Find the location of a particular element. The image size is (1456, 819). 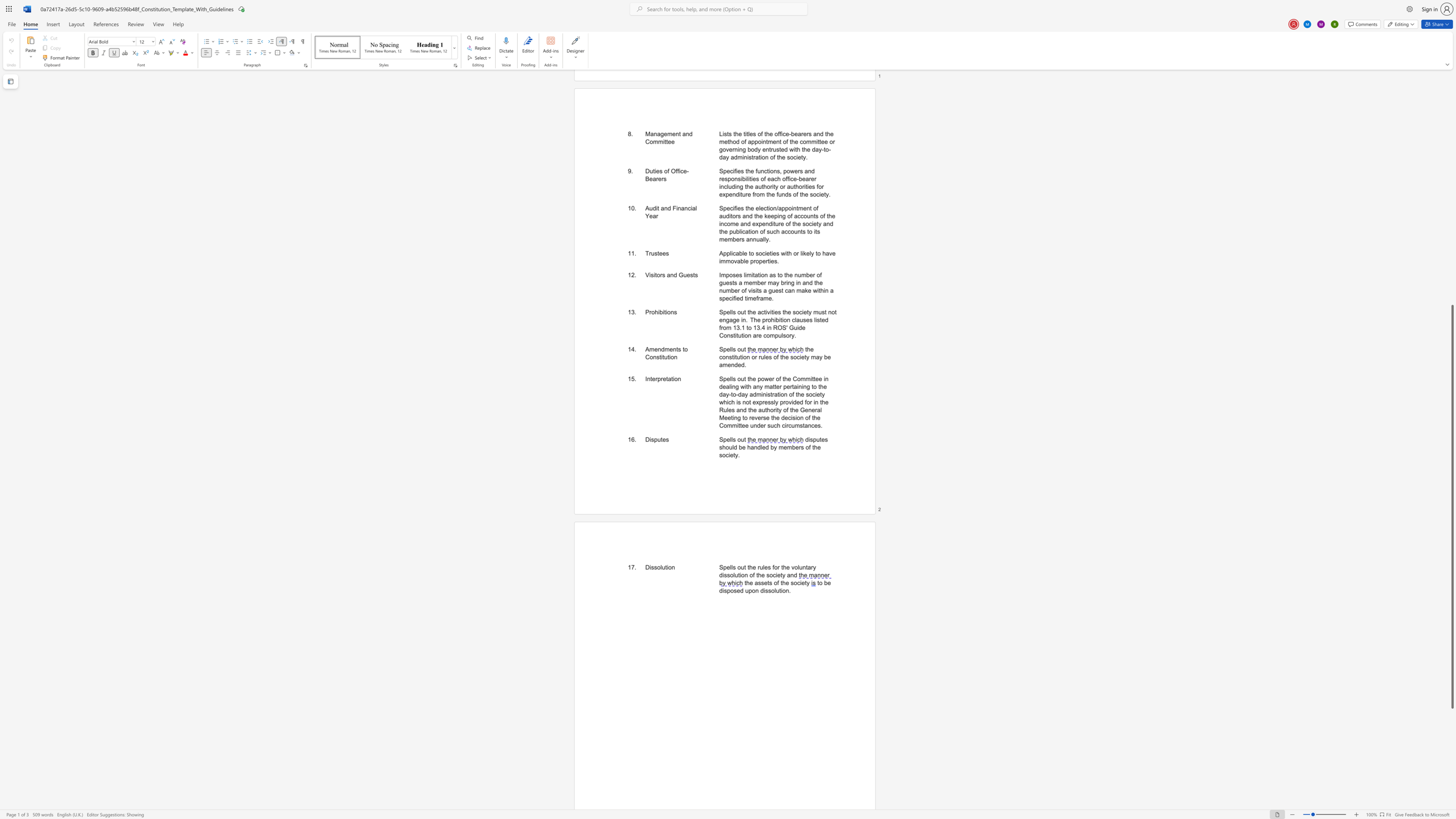

the subset text "ls ou" within the text "Spells out" is located at coordinates (731, 439).